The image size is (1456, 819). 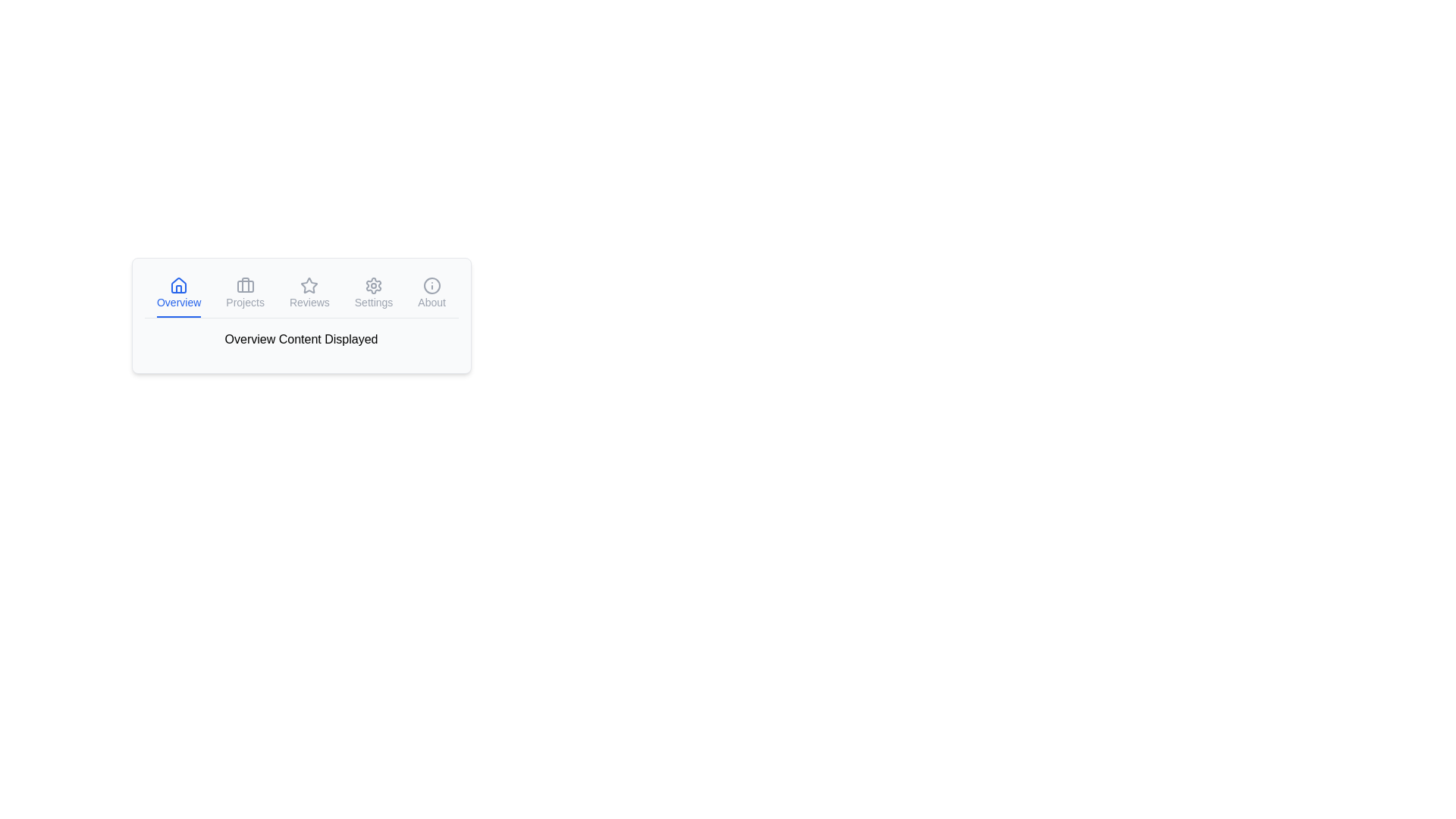 What do you see at coordinates (431, 294) in the screenshot?
I see `the 'About' tab to display its content` at bounding box center [431, 294].